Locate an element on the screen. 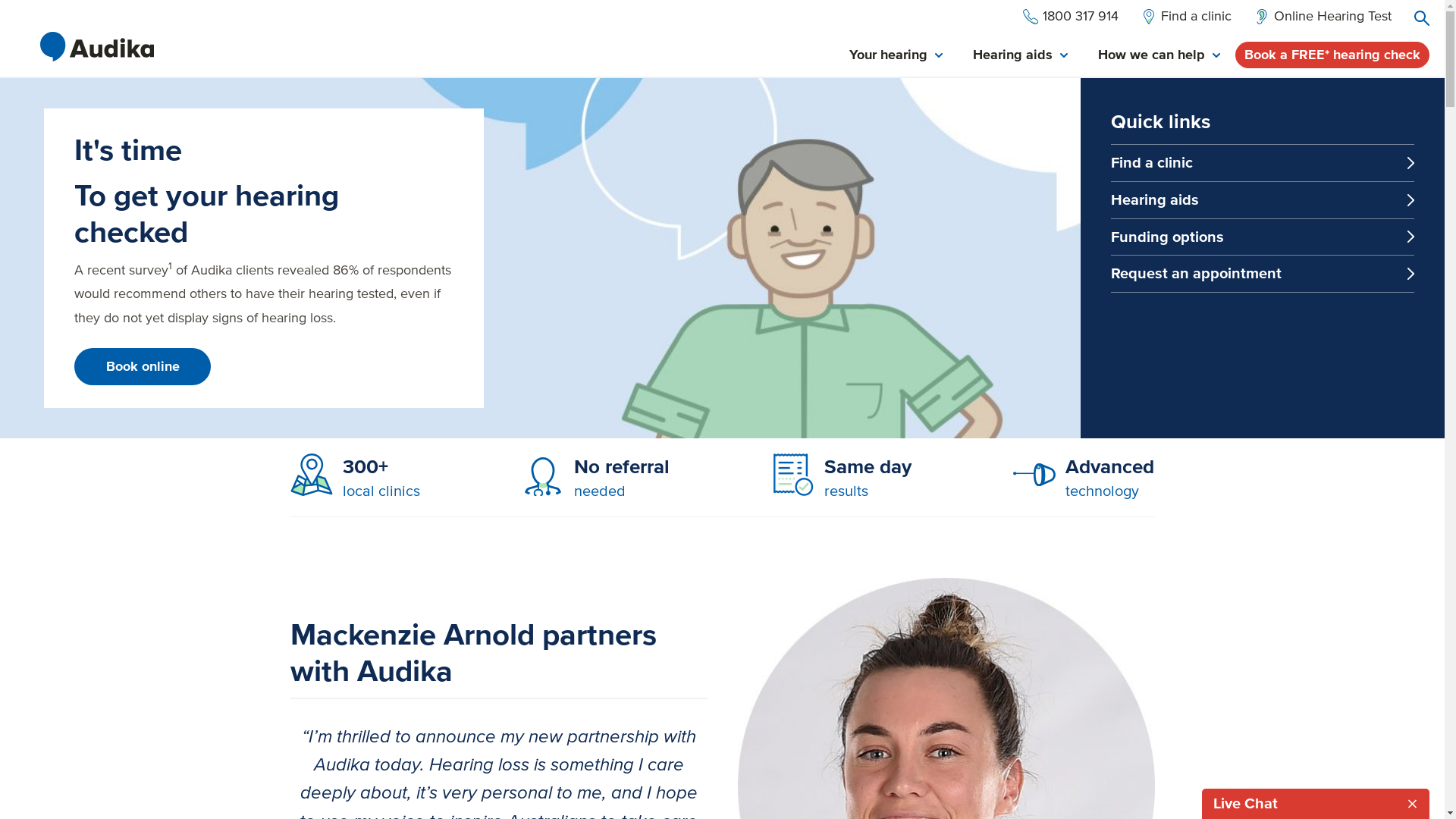 Image resolution: width=1456 pixels, height=819 pixels. 'Hearing aids' is located at coordinates (1020, 55).